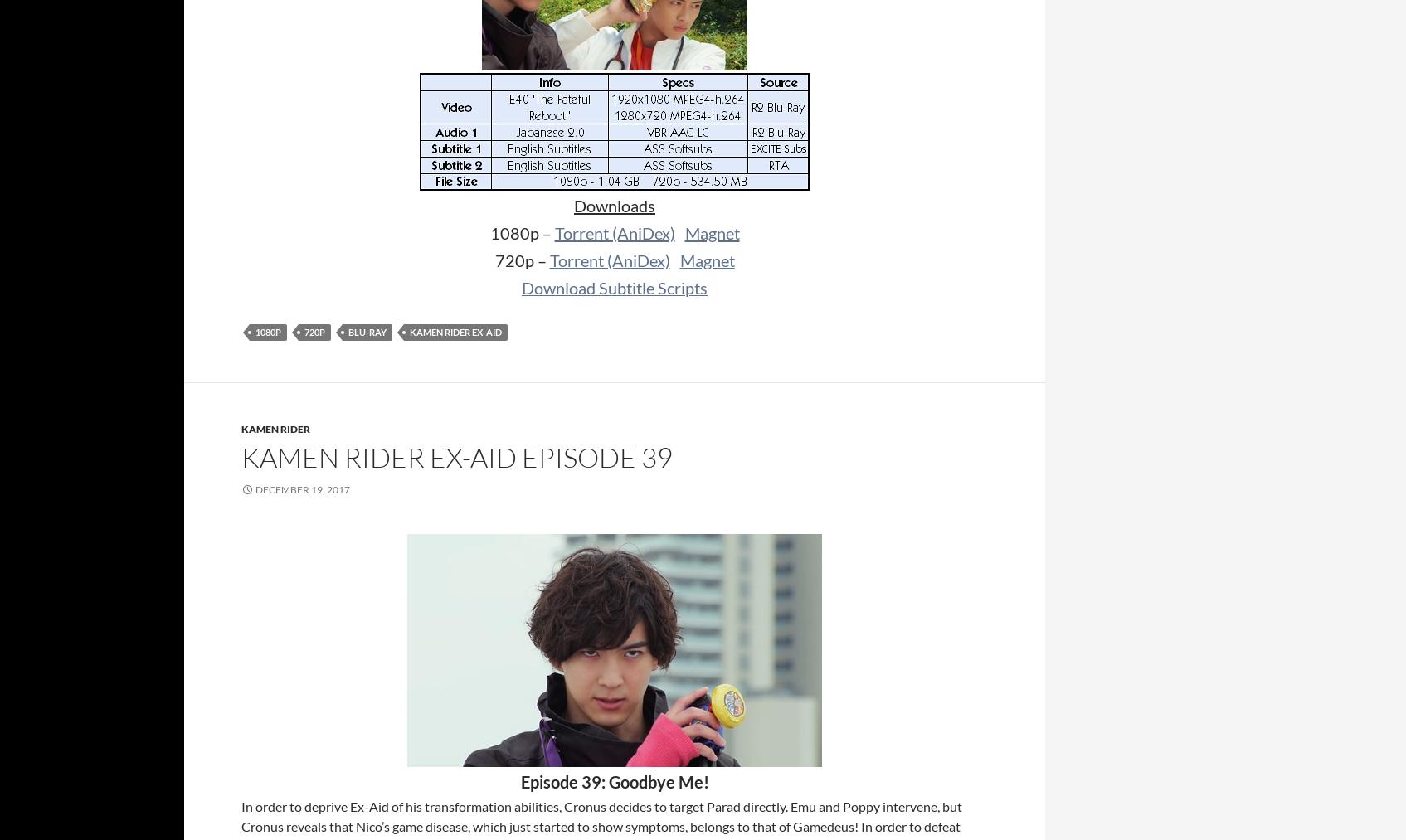  I want to click on '1080p –', so click(521, 232).